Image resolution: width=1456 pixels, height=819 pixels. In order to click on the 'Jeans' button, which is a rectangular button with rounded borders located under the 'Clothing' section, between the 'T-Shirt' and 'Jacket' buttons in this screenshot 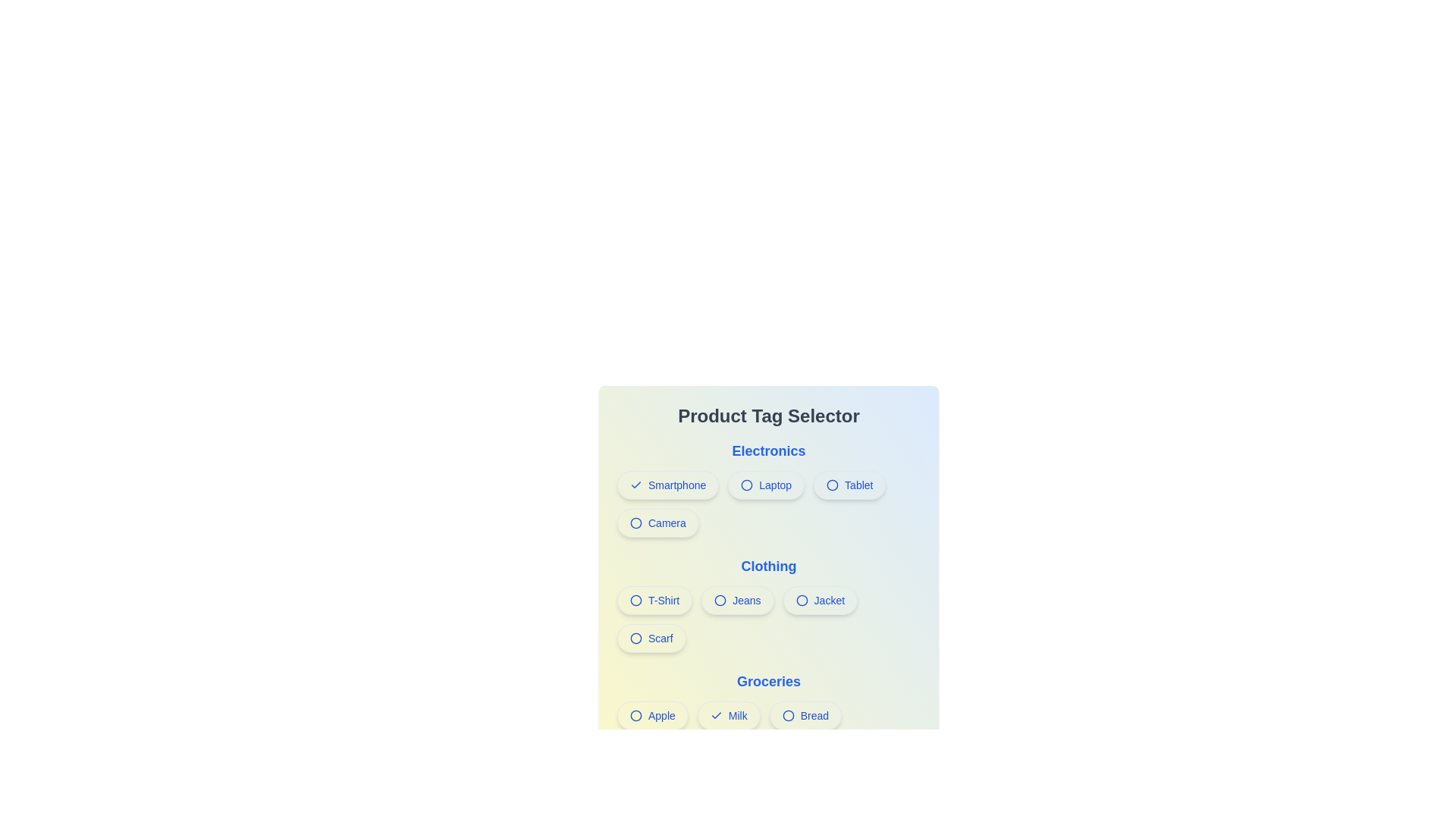, I will do `click(768, 604)`.